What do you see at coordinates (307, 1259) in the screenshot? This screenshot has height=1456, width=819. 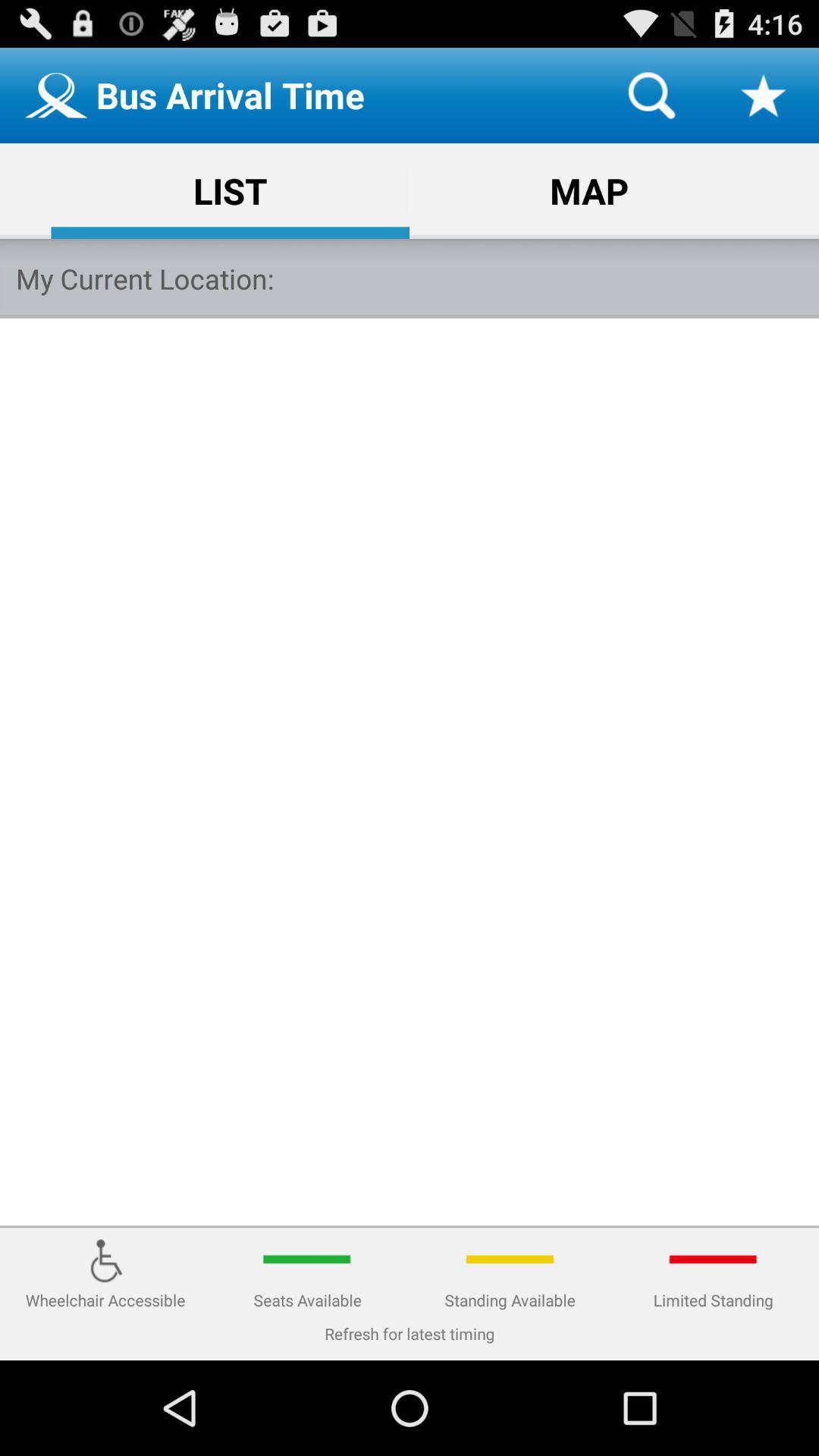 I see `green line above the text seats available` at bounding box center [307, 1259].